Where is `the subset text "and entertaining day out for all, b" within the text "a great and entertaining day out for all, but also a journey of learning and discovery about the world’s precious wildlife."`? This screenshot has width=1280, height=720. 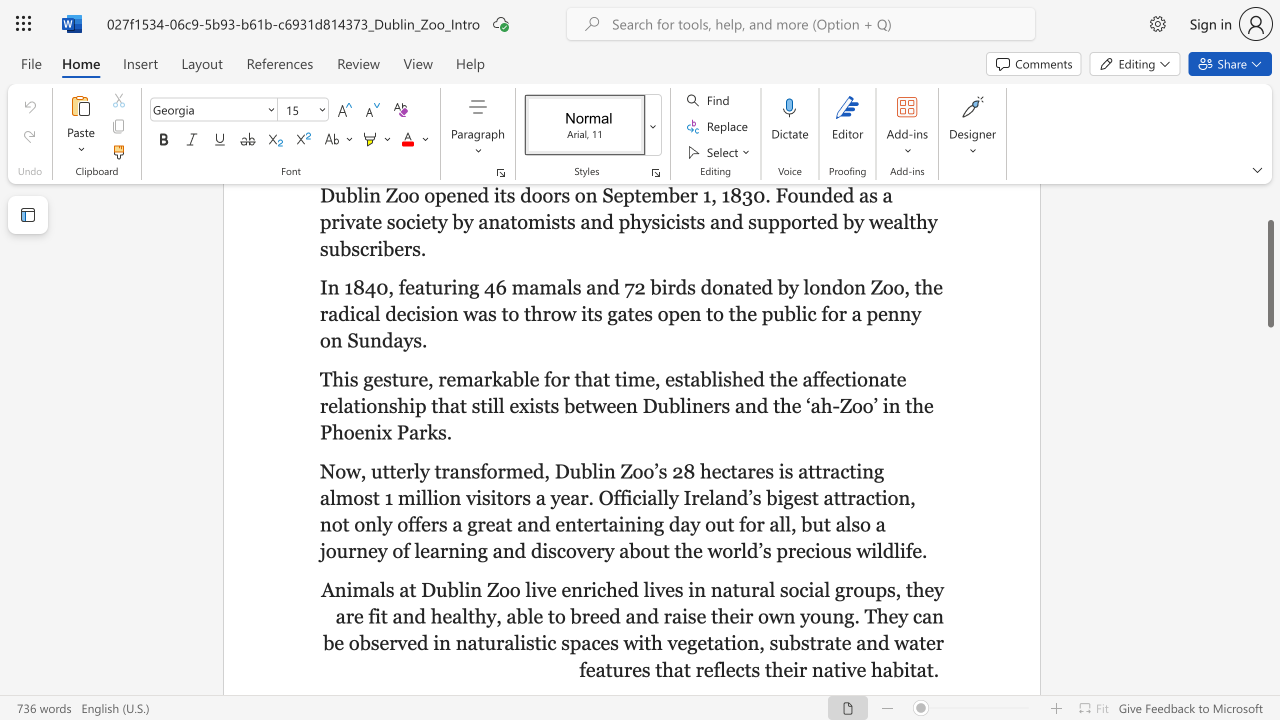
the subset text "and entertaining day out for all, b" within the text "a great and entertaining day out for all, but also a journey of learning and discovery about the world’s precious wildlife." is located at coordinates (517, 523).